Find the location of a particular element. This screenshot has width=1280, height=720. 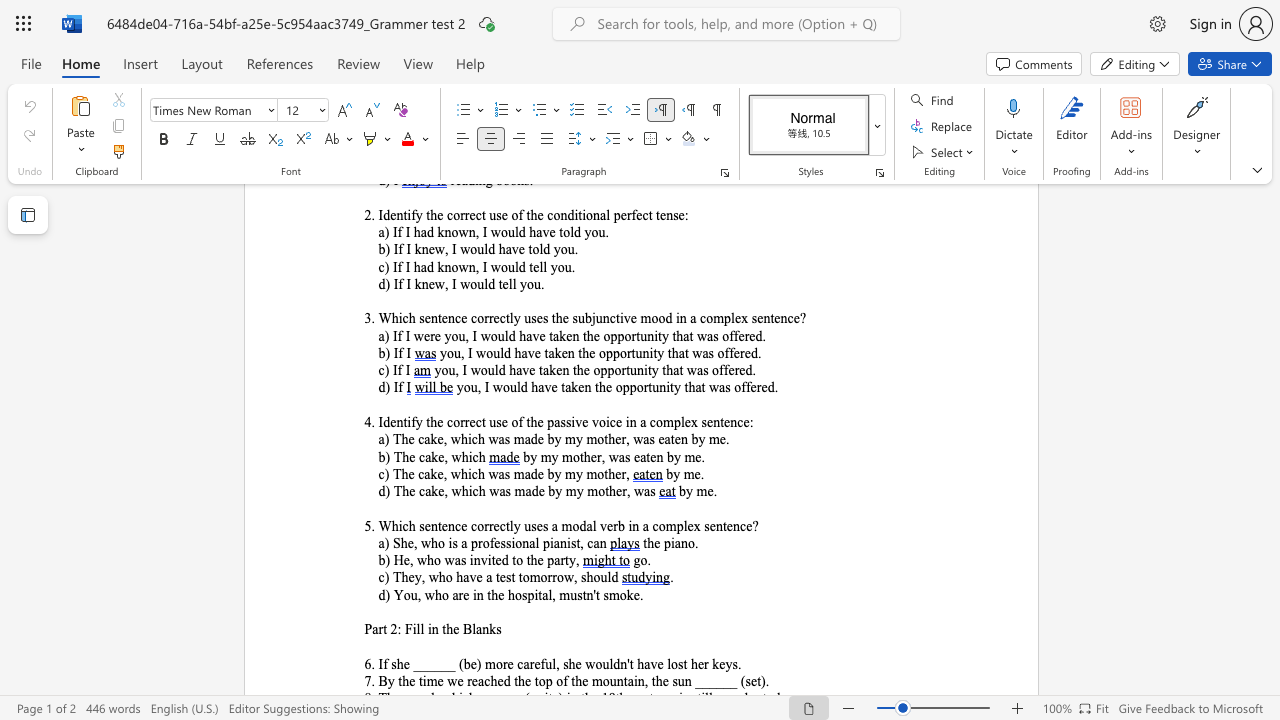

the subset text "he cake, w" within the text "c) The cake, which was made by my mother," is located at coordinates (400, 474).